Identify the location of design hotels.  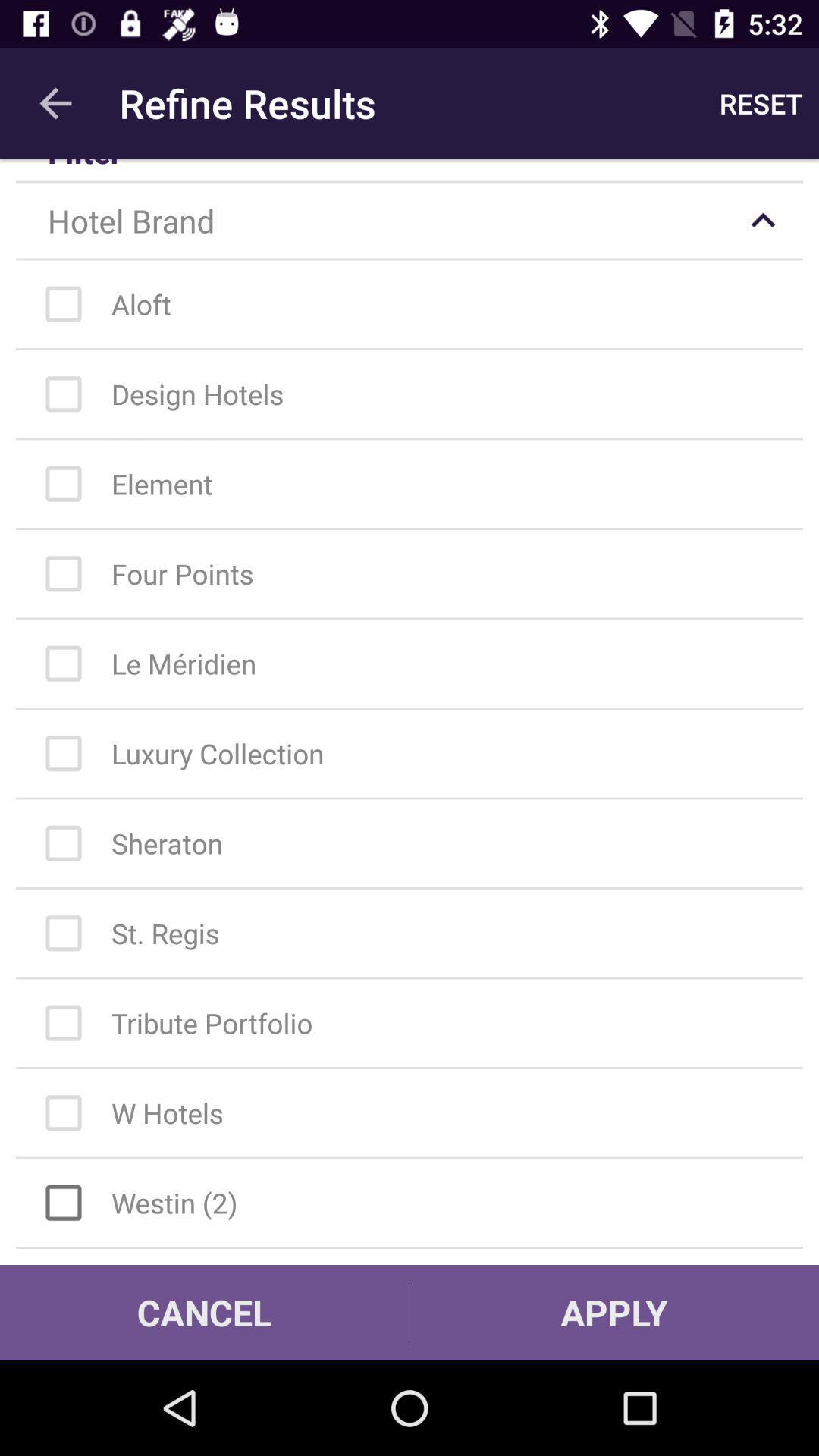
(417, 394).